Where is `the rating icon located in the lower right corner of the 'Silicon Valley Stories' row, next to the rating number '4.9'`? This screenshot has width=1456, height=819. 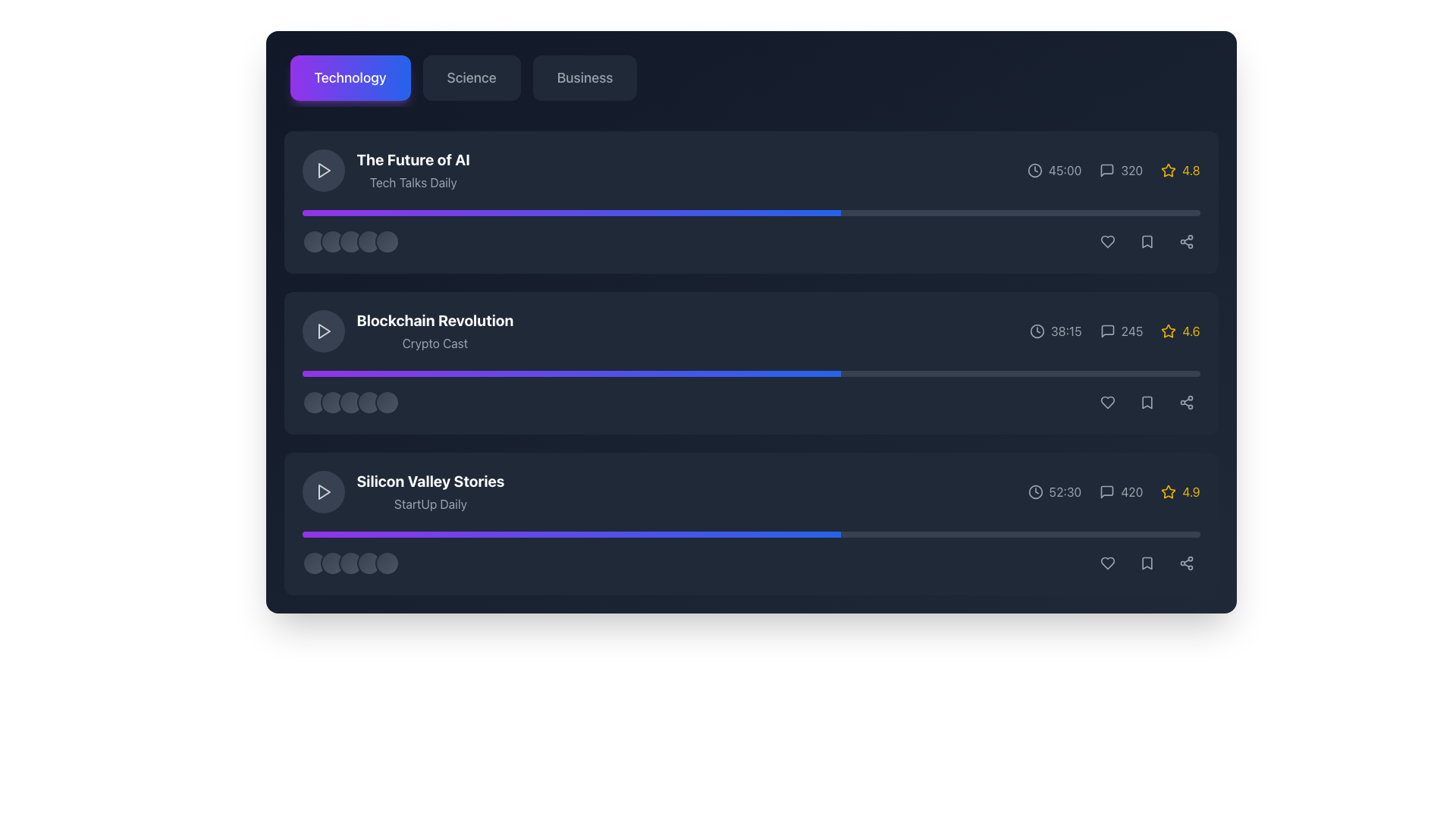
the rating icon located in the lower right corner of the 'Silicon Valley Stories' row, next to the rating number '4.9' is located at coordinates (1168, 491).